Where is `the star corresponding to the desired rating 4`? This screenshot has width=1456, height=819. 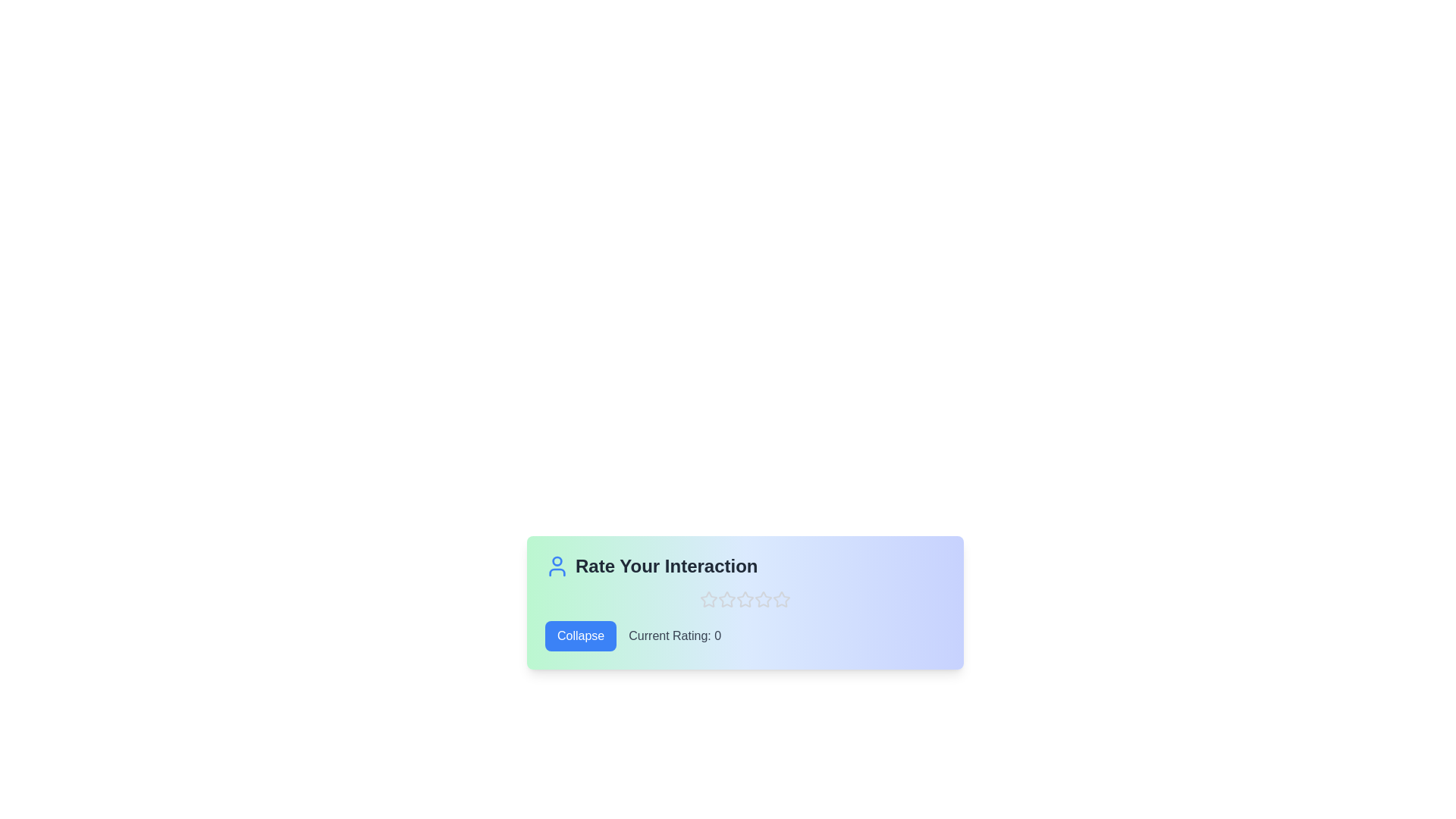
the star corresponding to the desired rating 4 is located at coordinates (764, 598).